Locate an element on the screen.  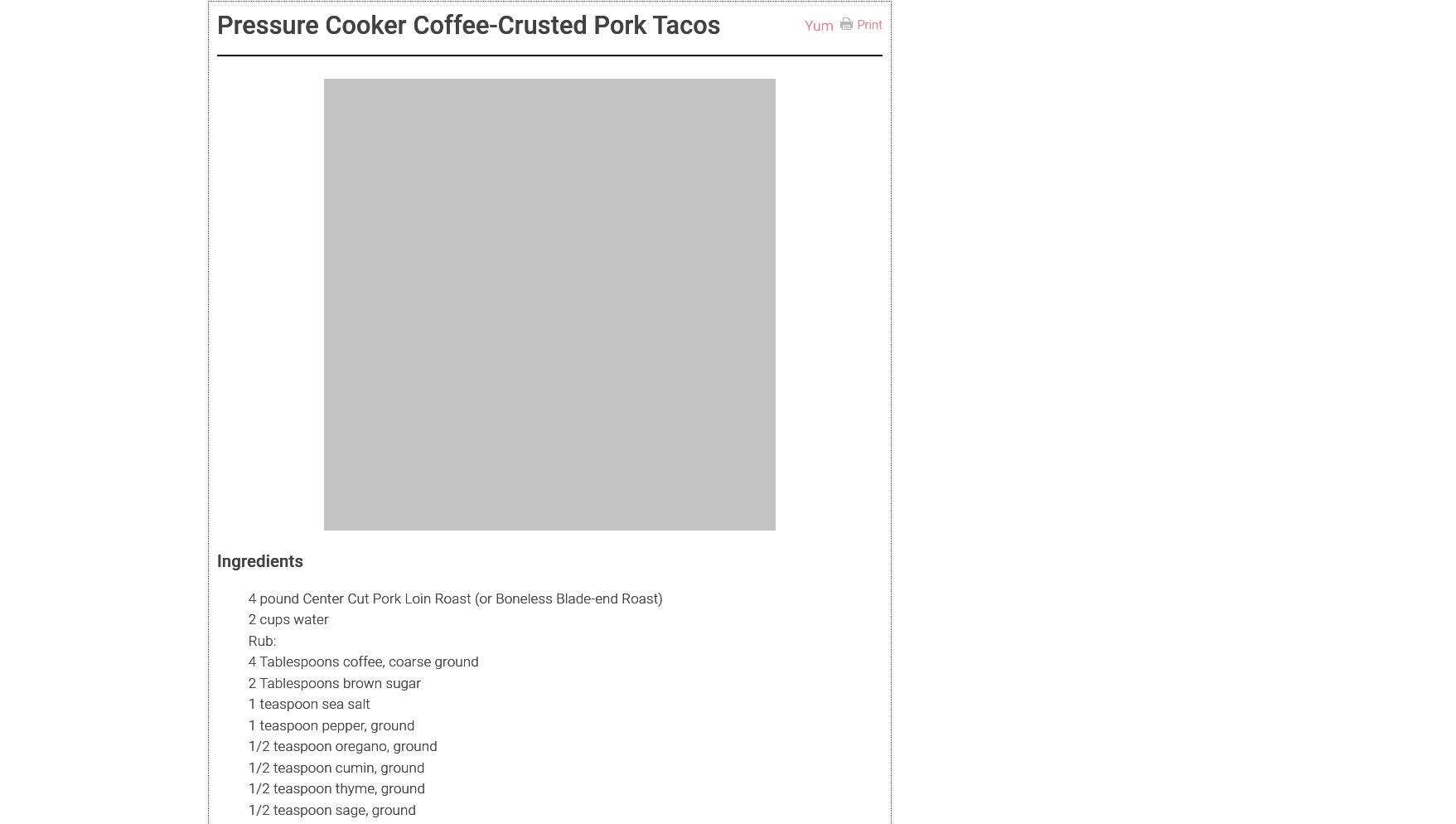
'2 Tablespoons brown sugar' is located at coordinates (333, 681).